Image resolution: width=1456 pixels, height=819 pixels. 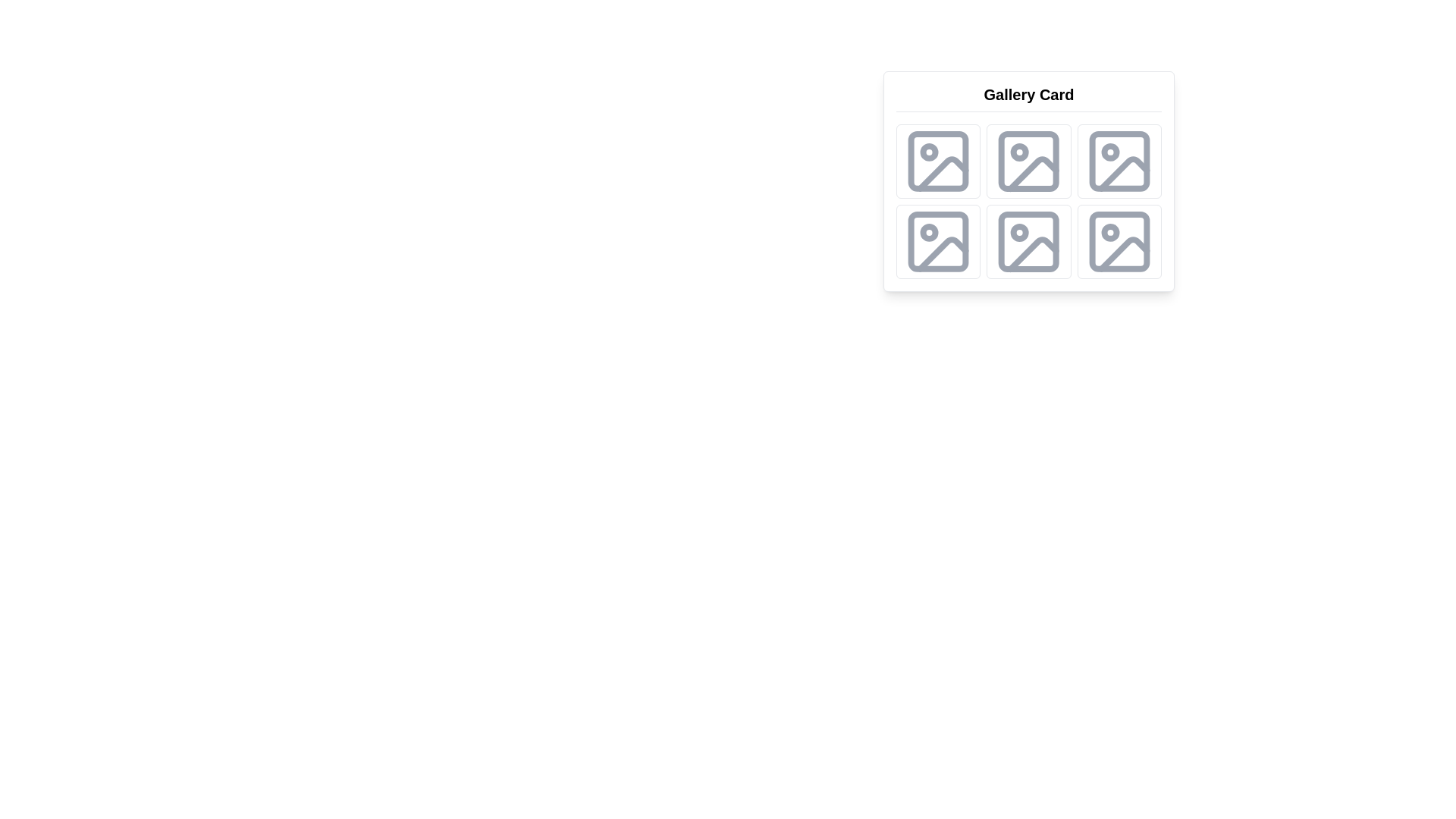 I want to click on the SVG icon representing a gallery placeholder located in the second row, middle column of the grid under 'Gallery Card', which has a caption 'Caption 2', so click(x=1029, y=161).